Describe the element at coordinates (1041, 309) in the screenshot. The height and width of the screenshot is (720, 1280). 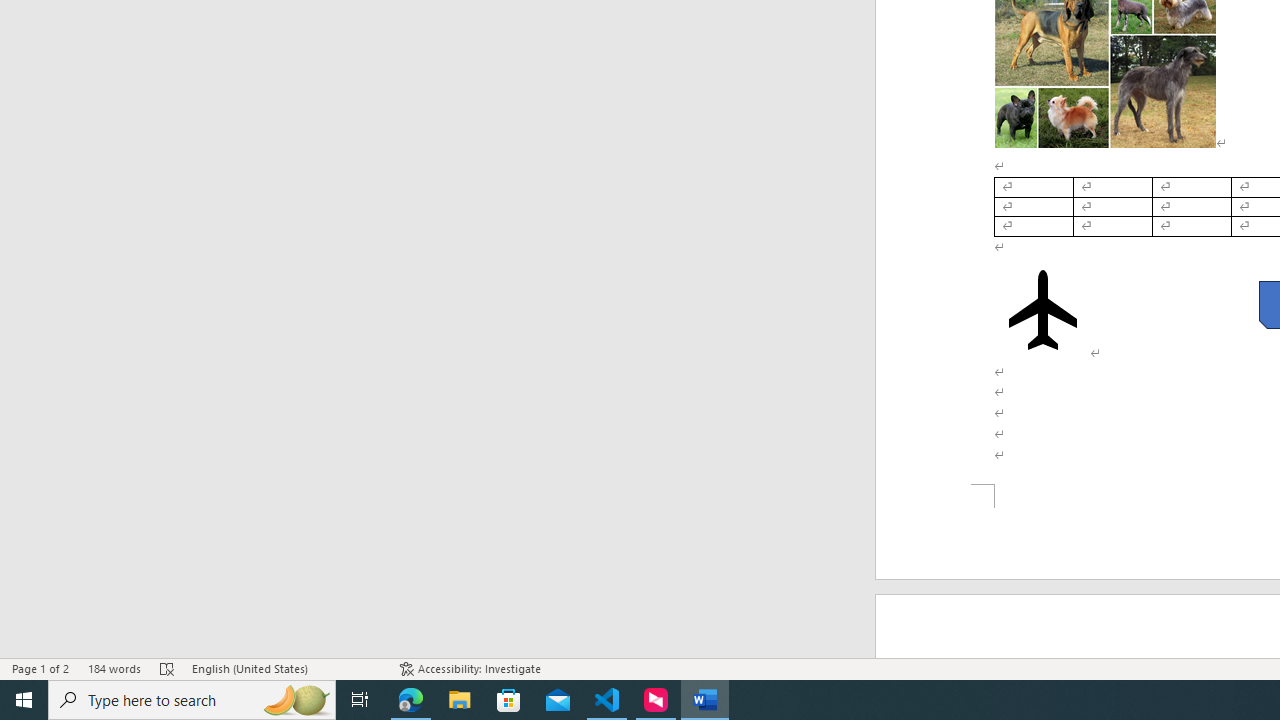
I see `'Airplane with solid fill'` at that location.